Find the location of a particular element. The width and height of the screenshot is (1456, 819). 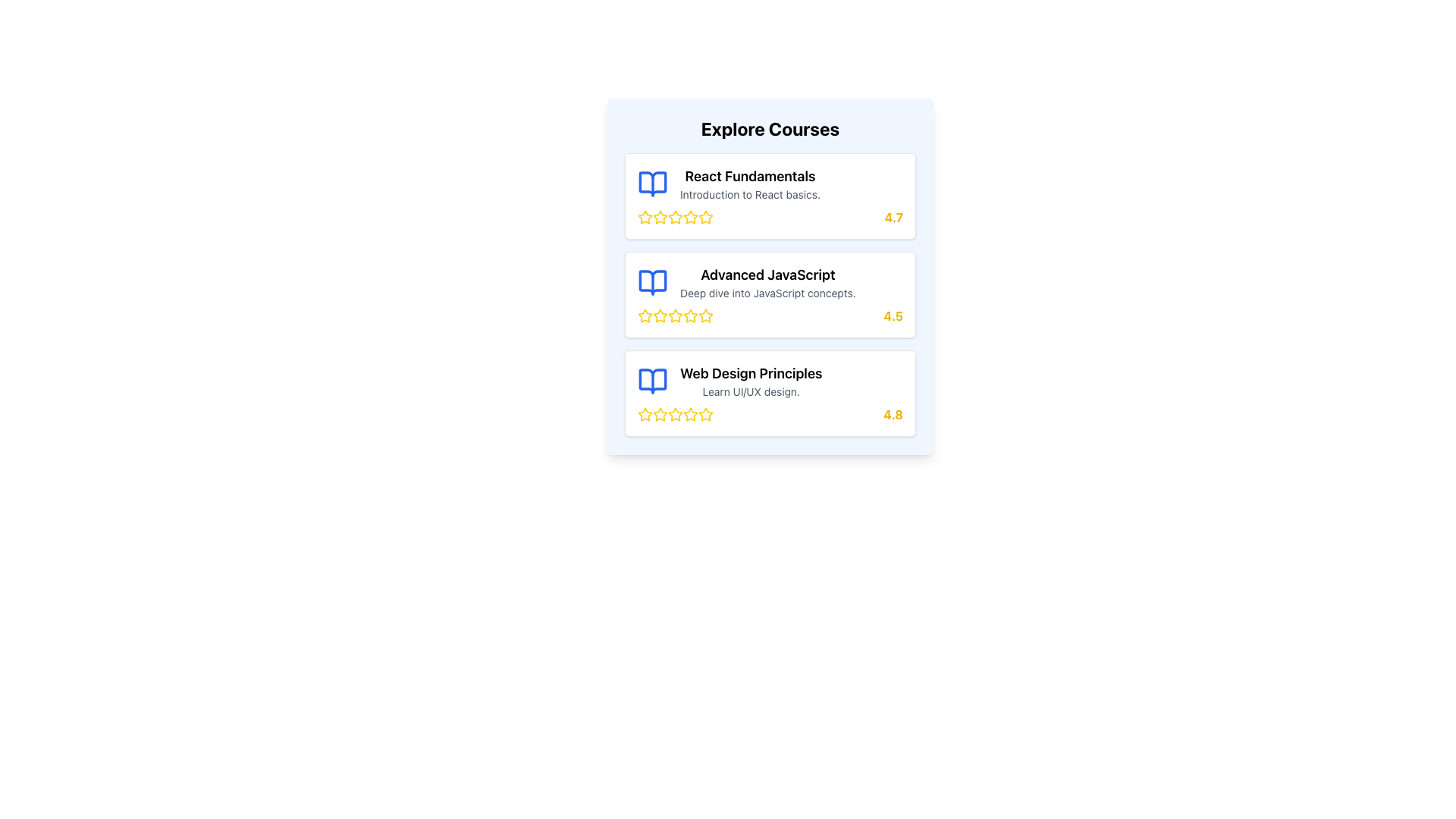

fifth yellow star icon in the rating display of the 'React Fundamentals' course card for details is located at coordinates (675, 217).